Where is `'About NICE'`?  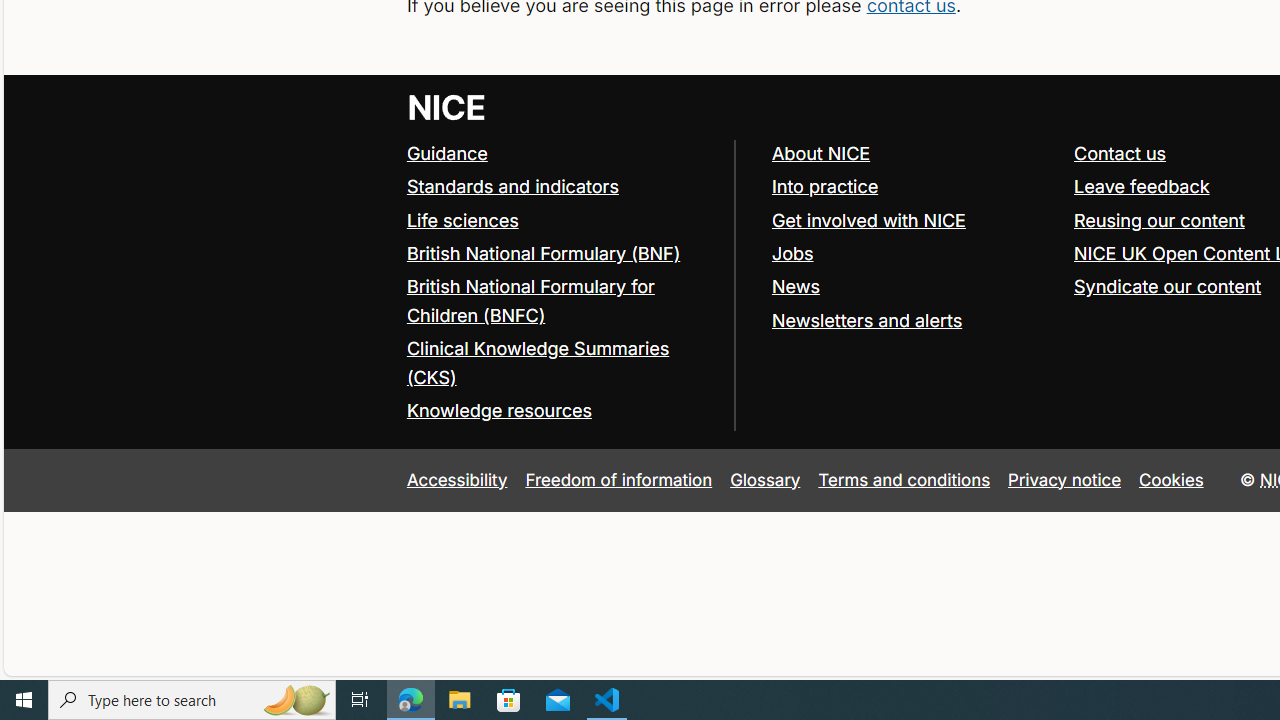 'About NICE' is located at coordinates (820, 152).